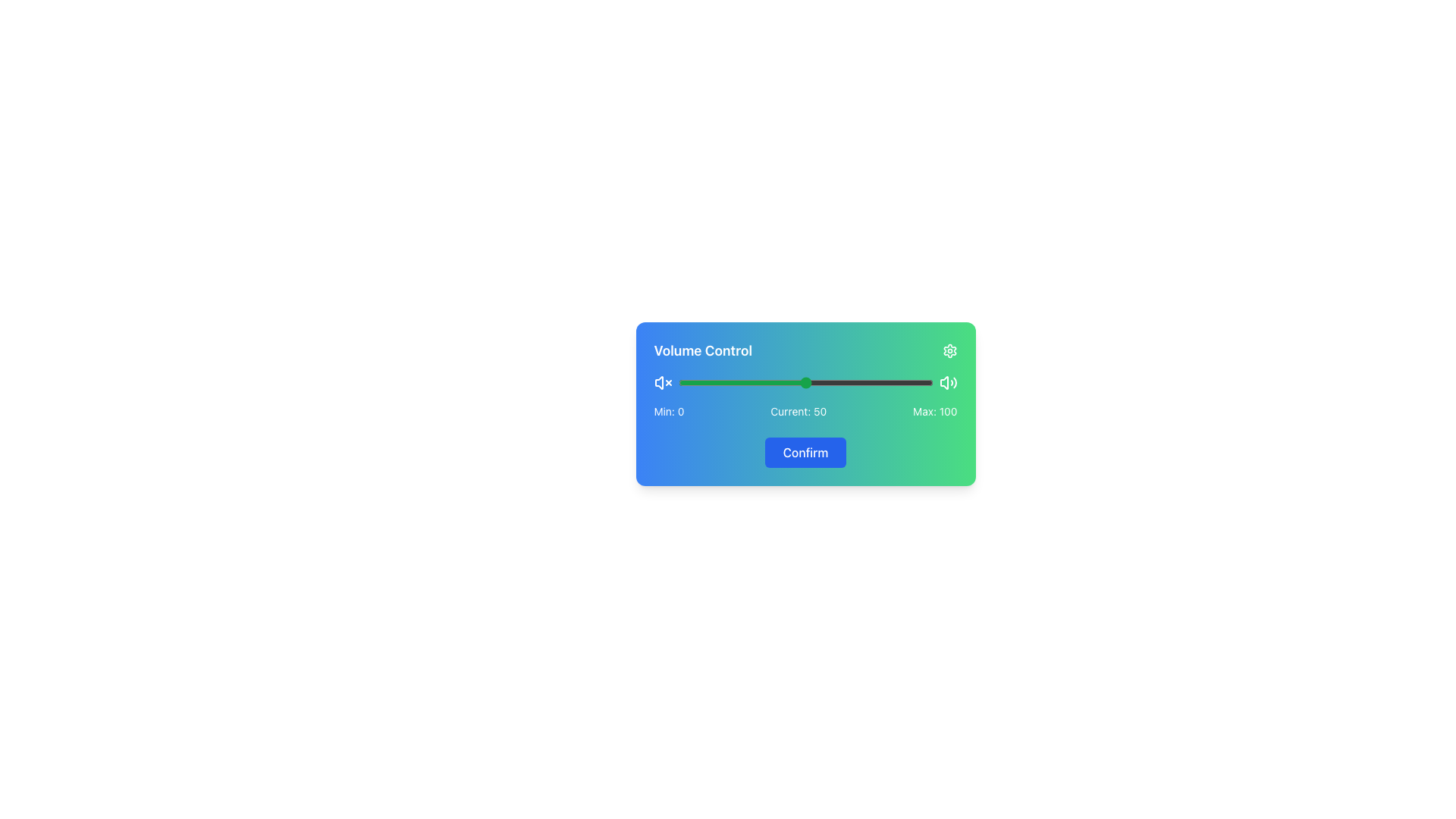 This screenshot has width=1456, height=819. Describe the element at coordinates (822, 382) in the screenshot. I see `the volume slider` at that location.